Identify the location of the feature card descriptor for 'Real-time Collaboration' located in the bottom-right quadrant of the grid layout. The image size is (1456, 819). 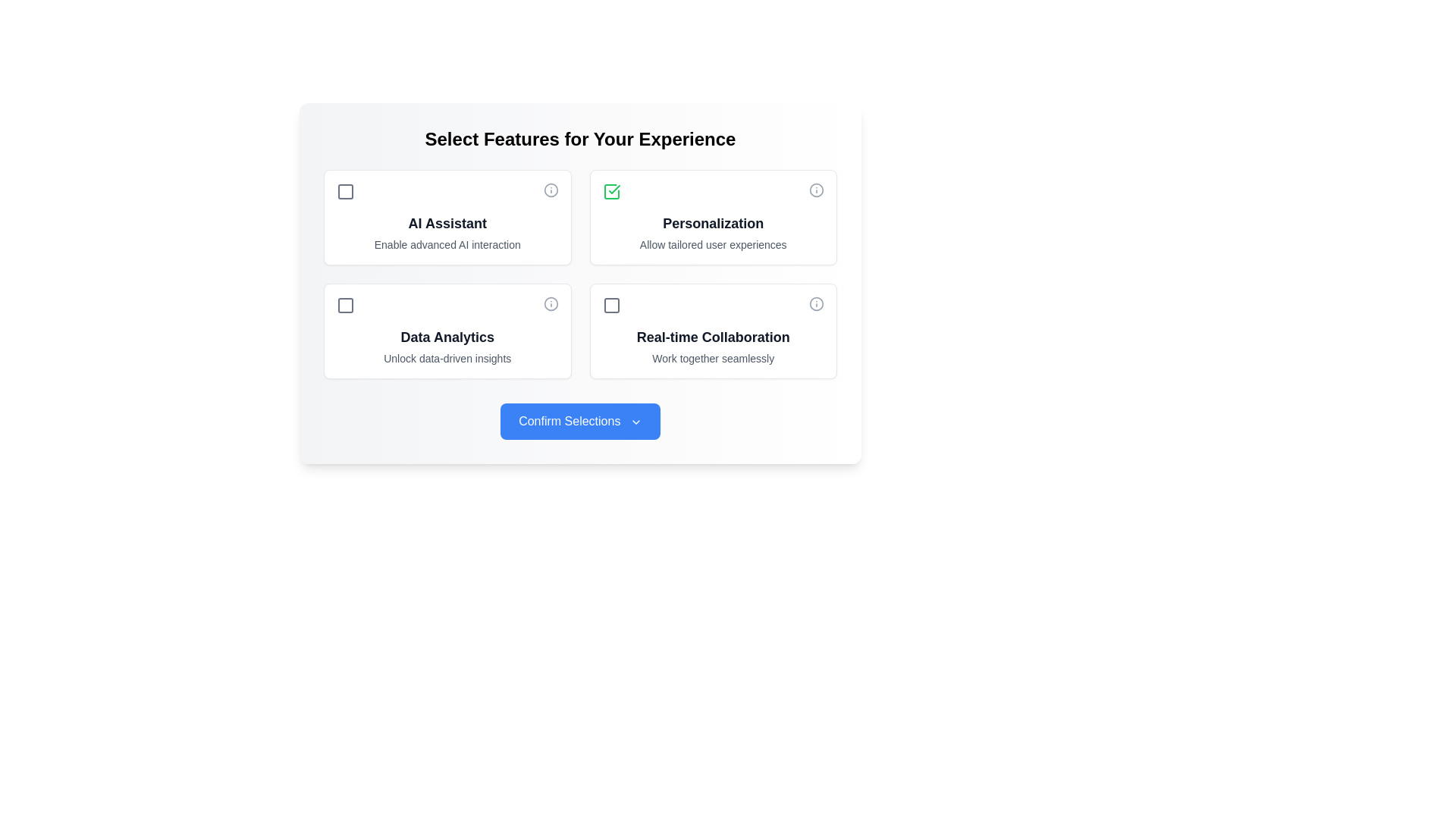
(712, 346).